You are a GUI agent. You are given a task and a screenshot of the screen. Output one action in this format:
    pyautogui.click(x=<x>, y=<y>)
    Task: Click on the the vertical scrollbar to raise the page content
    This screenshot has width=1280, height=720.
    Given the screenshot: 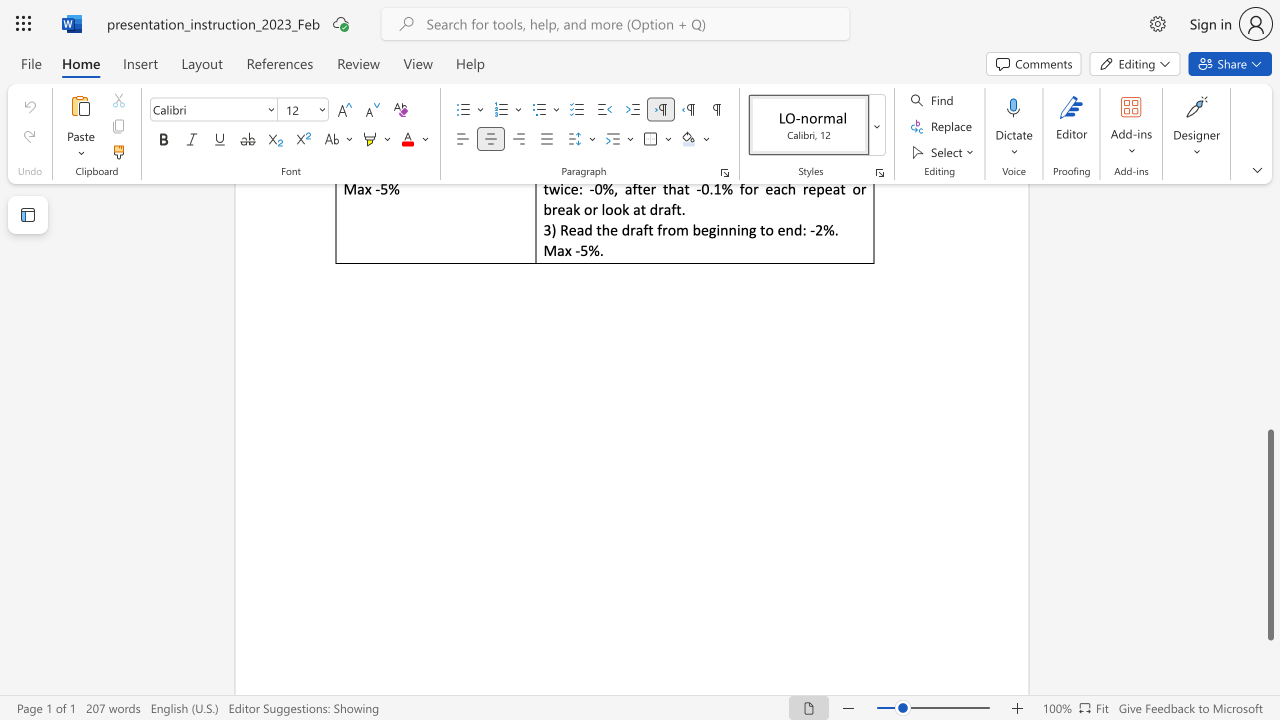 What is the action you would take?
    pyautogui.click(x=1269, y=210)
    